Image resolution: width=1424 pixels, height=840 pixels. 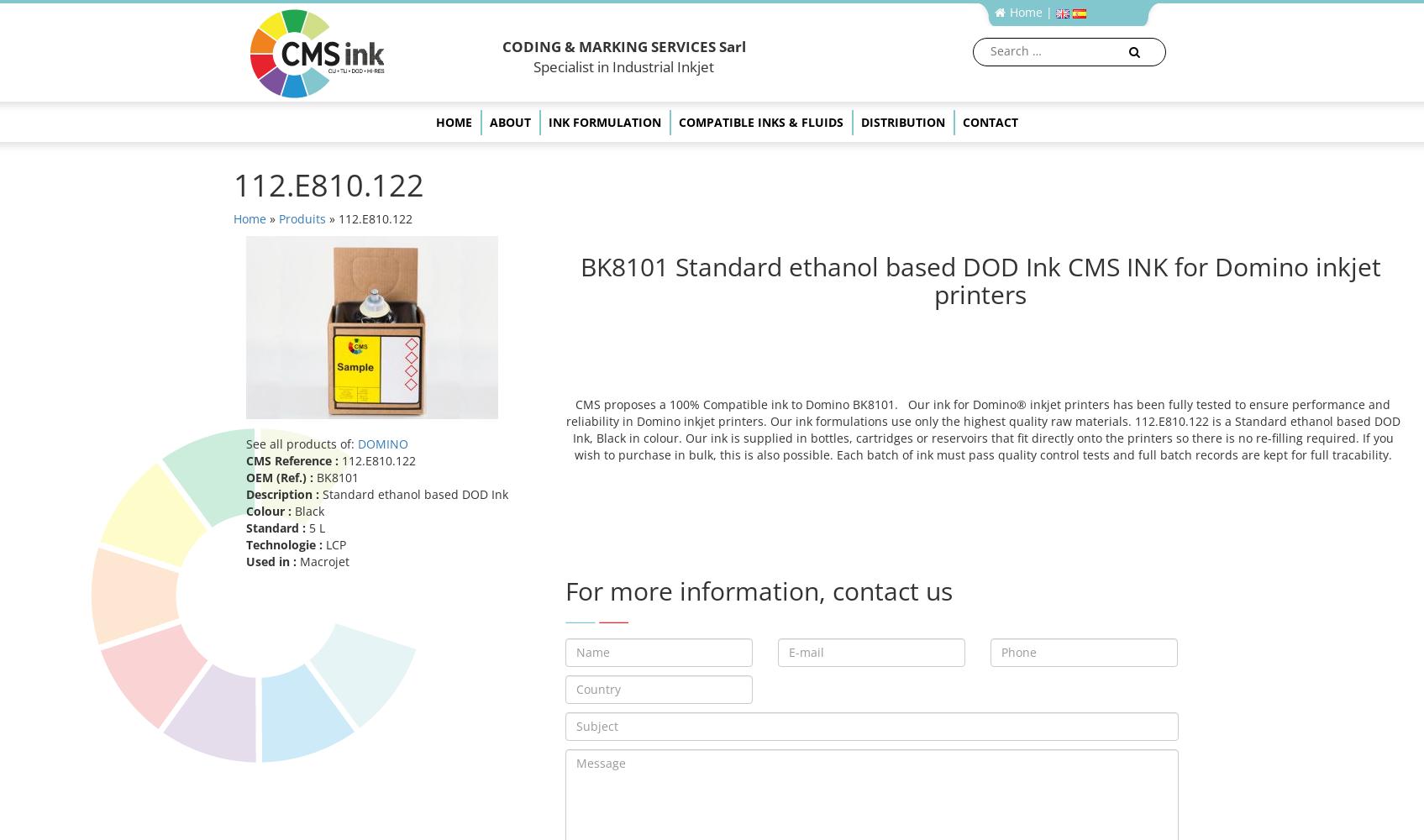 What do you see at coordinates (979, 279) in the screenshot?
I see `'BK8101 Standard ethanol based DOD Ink CMS INK for Domino inkjet printers'` at bounding box center [979, 279].